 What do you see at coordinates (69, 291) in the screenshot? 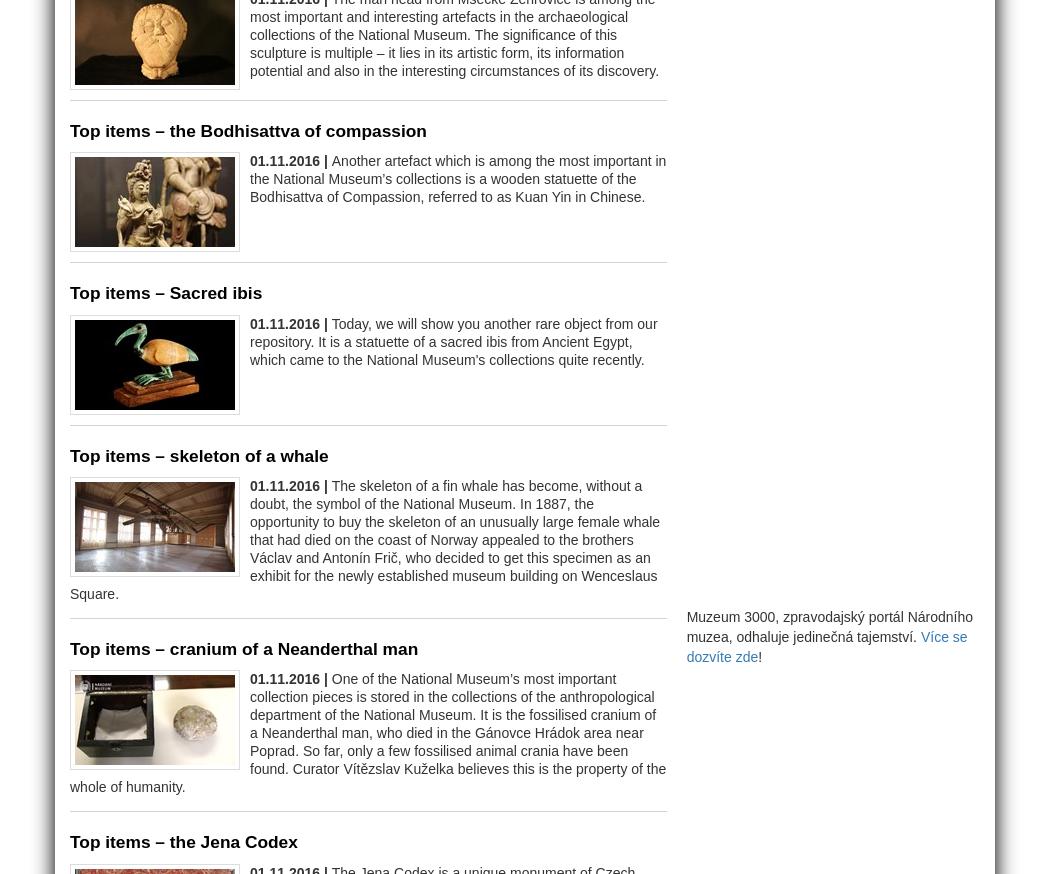
I see `'Top items – Sacred ibis'` at bounding box center [69, 291].